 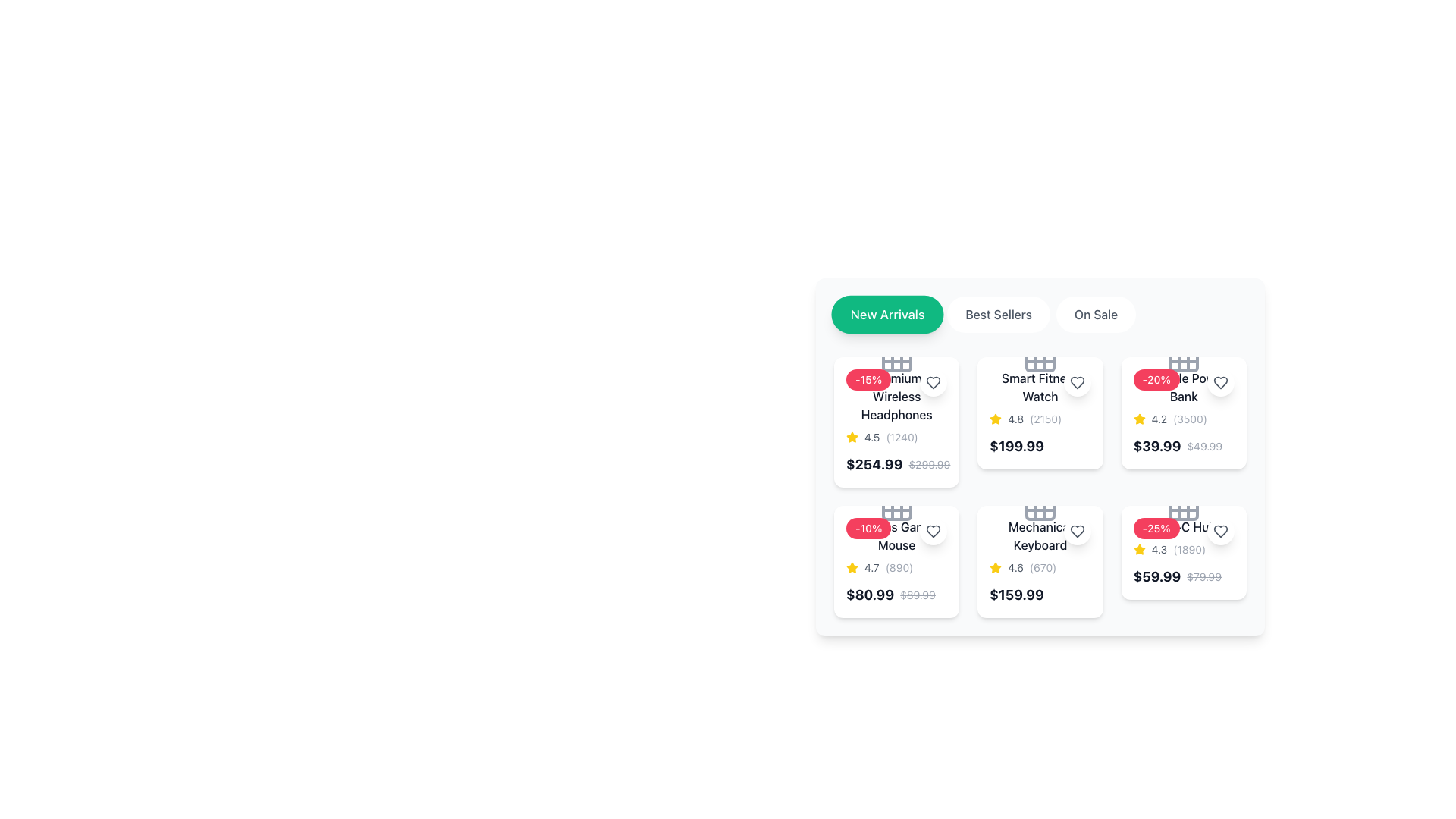 What do you see at coordinates (1015, 567) in the screenshot?
I see `rating value displayed as '4.6' in gray color, located in the product card interface near the star icon and review count` at bounding box center [1015, 567].